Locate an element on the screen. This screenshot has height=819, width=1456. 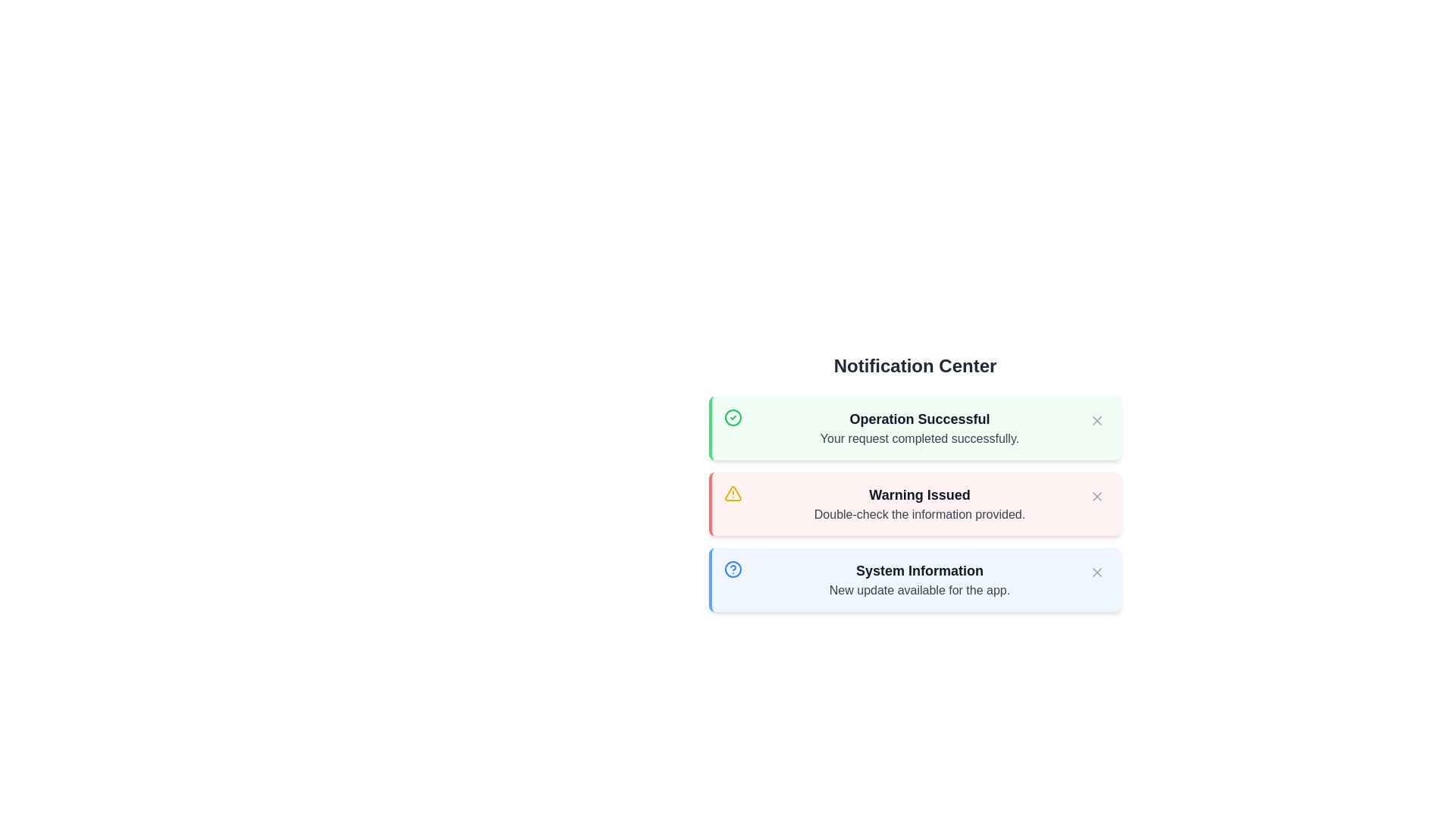
the question mark icon in the 'System Information' notification, which has a blue left border and a light blue background is located at coordinates (914, 579).